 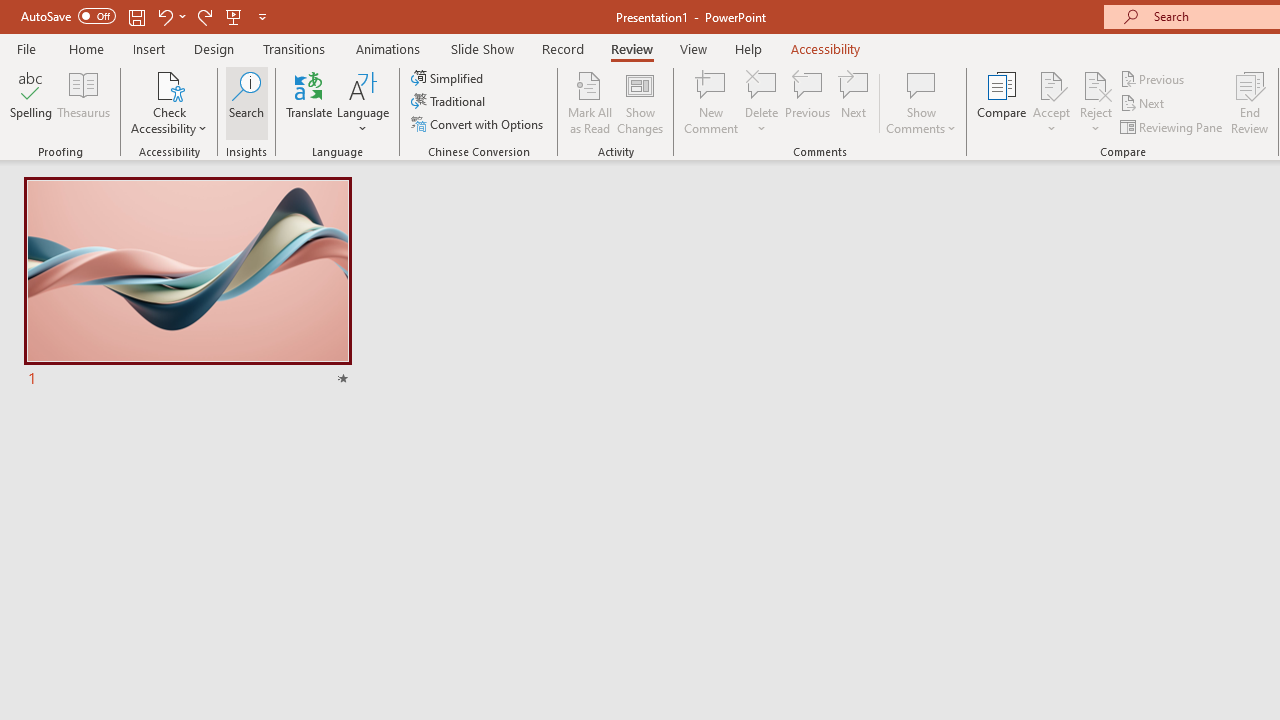 I want to click on 'Reviewing Pane', so click(x=1173, y=127).